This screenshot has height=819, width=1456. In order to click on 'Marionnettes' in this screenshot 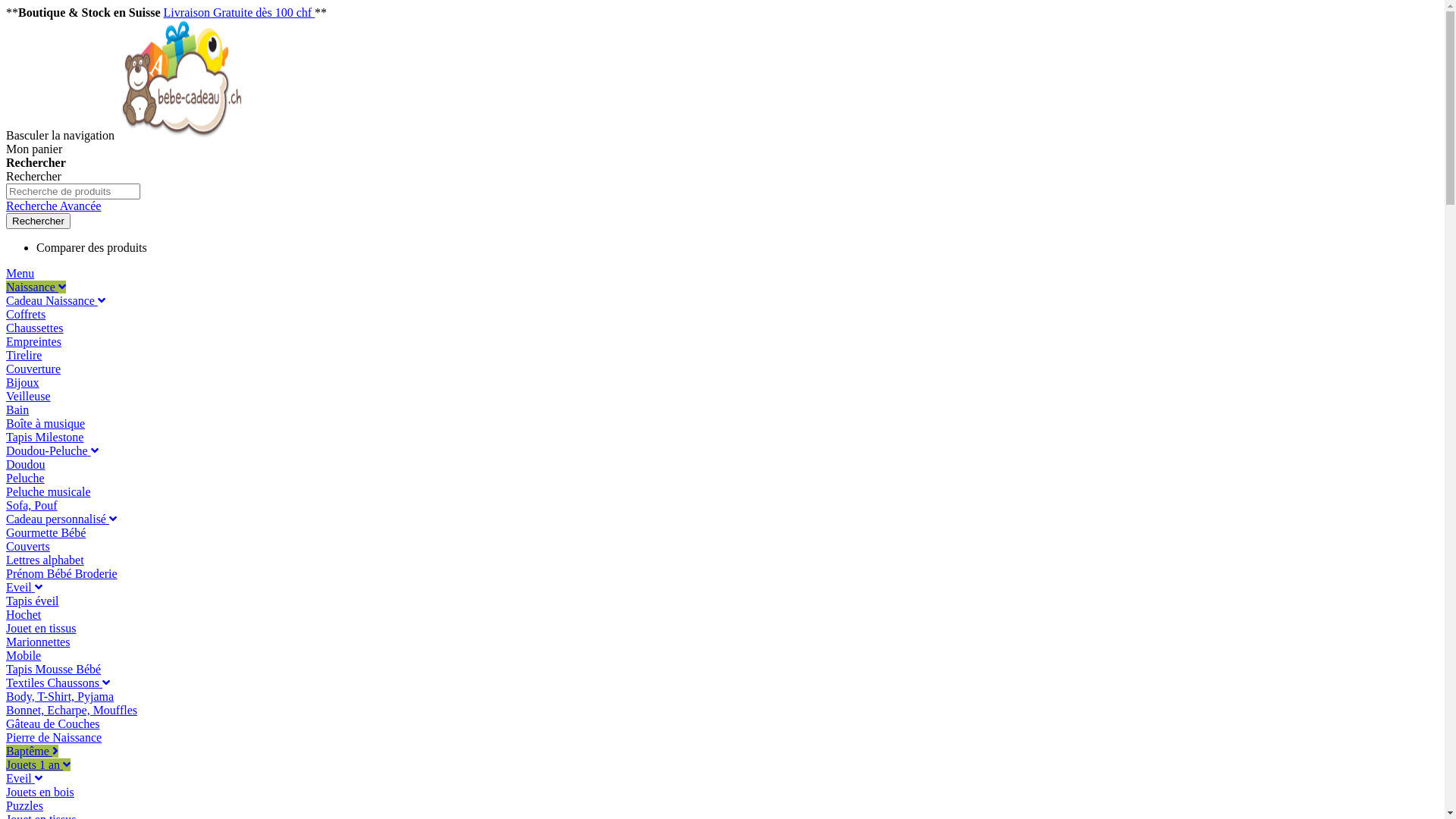, I will do `click(37, 642)`.